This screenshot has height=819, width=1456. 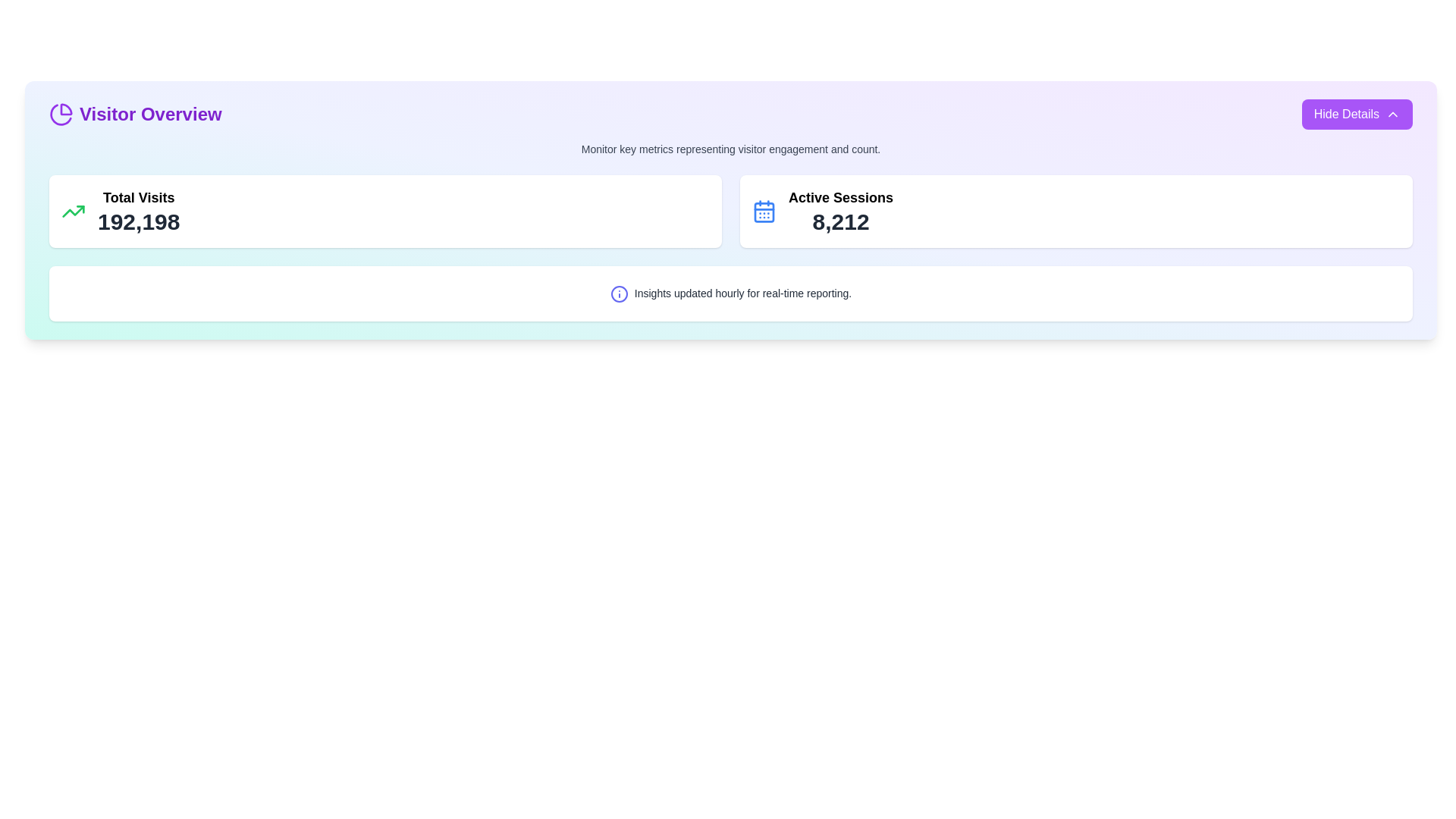 What do you see at coordinates (135, 113) in the screenshot?
I see `the Text Block with Icon, which serves as a section header for visitor statistics or analytics, located in the top-left corner of the interface` at bounding box center [135, 113].